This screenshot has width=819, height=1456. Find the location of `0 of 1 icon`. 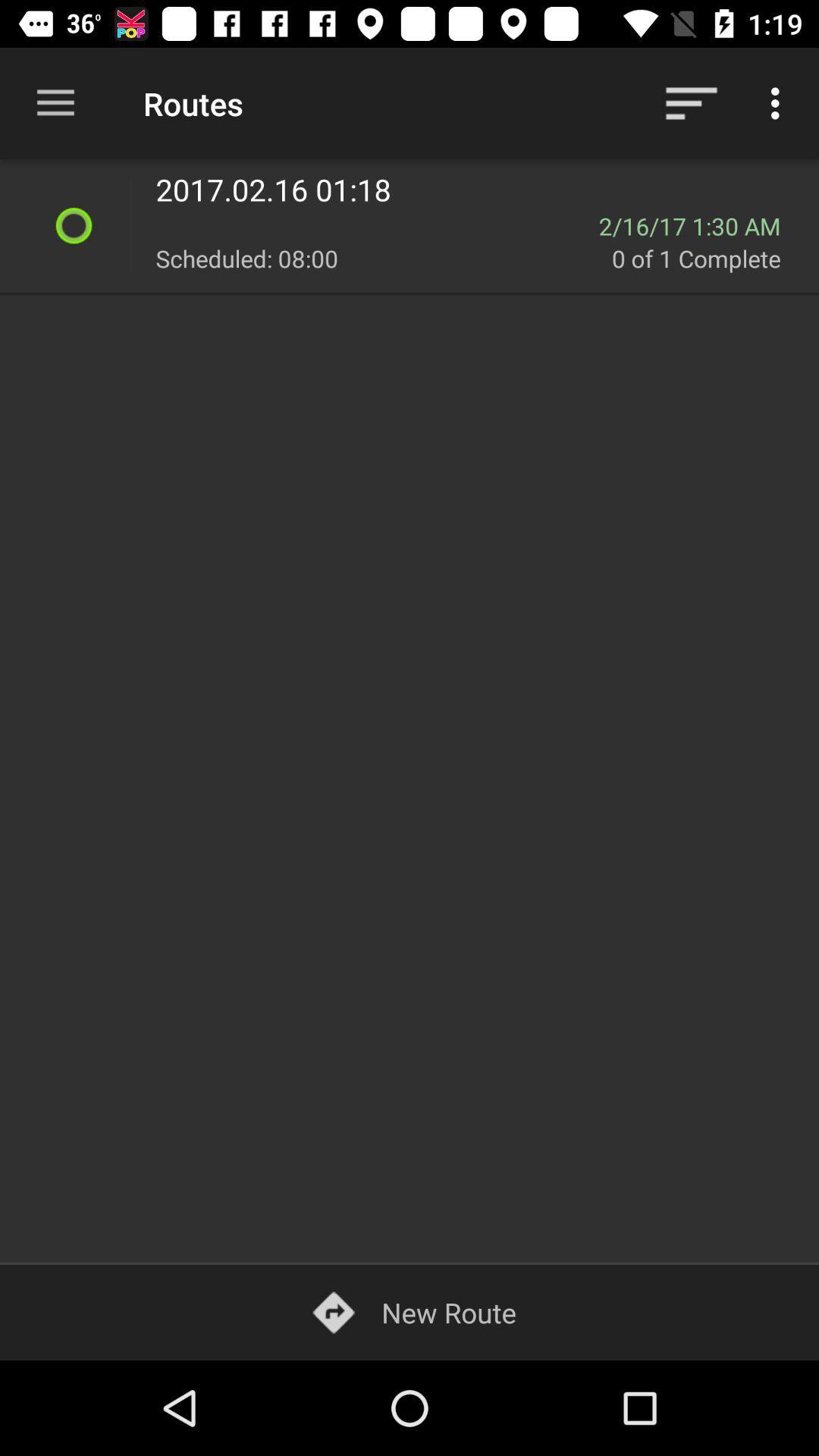

0 of 1 icon is located at coordinates (706, 258).